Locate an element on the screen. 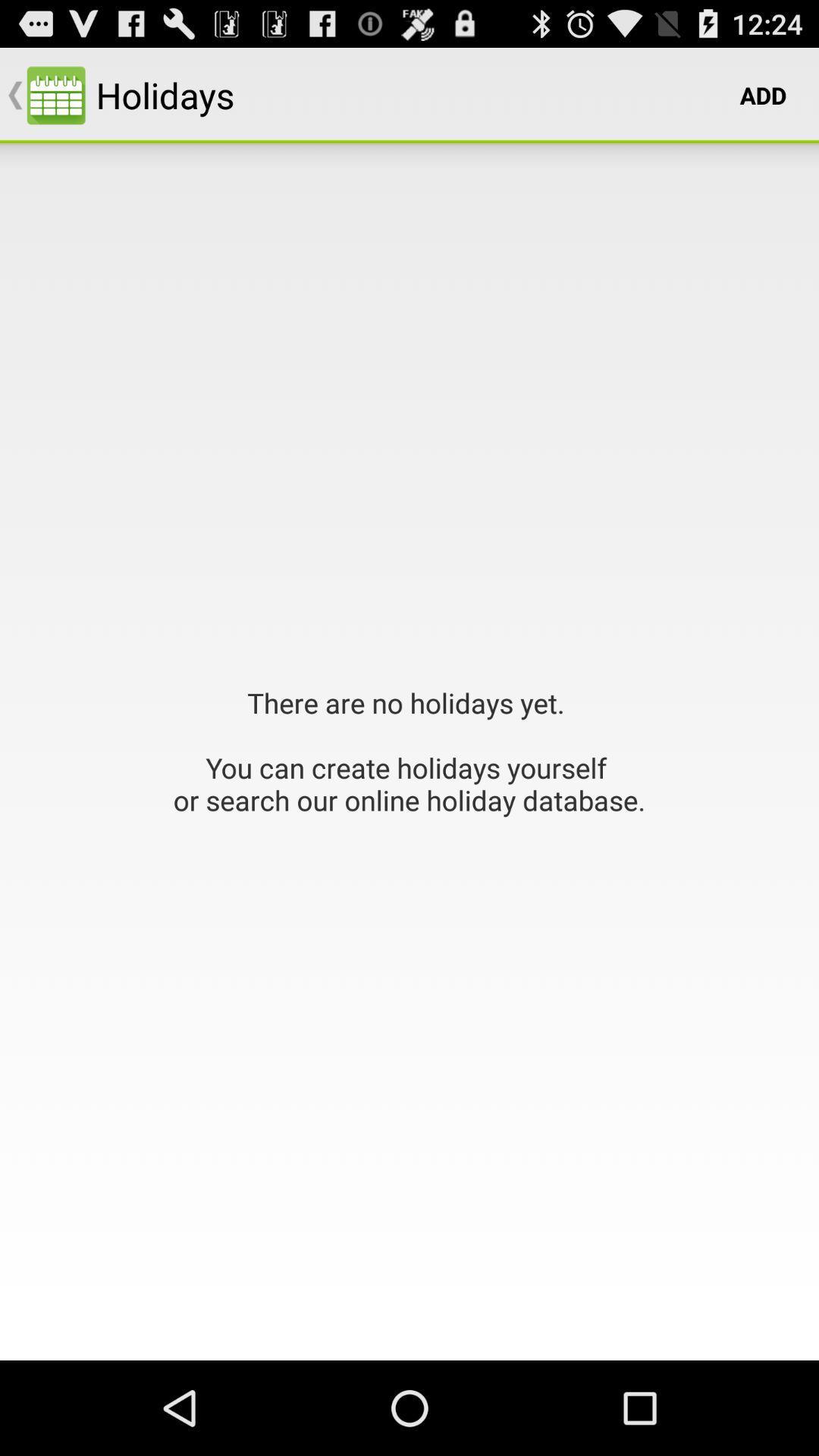  icon at the top right corner is located at coordinates (763, 94).